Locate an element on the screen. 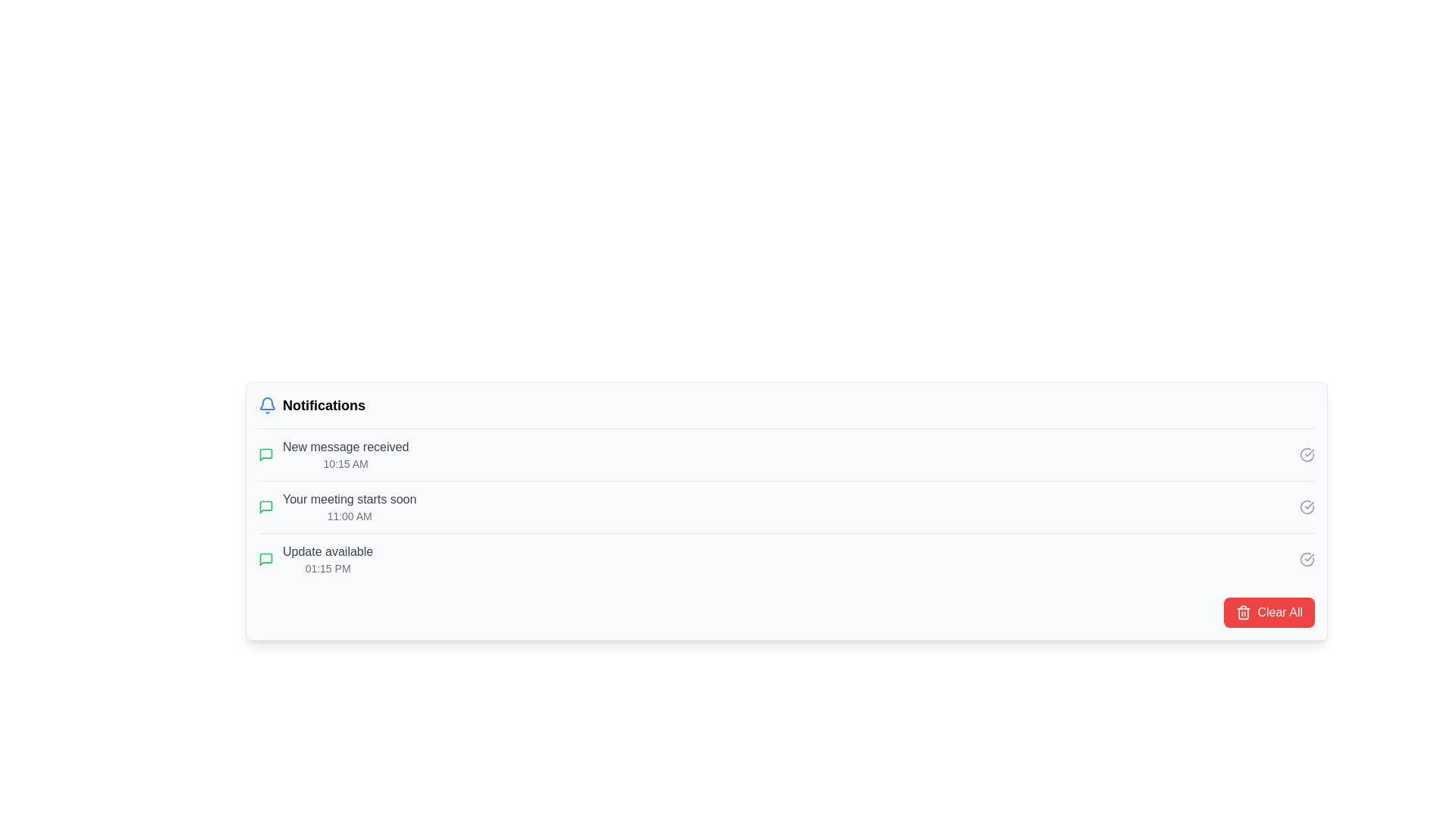 The width and height of the screenshot is (1456, 819). the timestamp text label that indicates the time associated with the 'Update available' notification, located within the notification block at the bottom of the notifications list is located at coordinates (327, 568).